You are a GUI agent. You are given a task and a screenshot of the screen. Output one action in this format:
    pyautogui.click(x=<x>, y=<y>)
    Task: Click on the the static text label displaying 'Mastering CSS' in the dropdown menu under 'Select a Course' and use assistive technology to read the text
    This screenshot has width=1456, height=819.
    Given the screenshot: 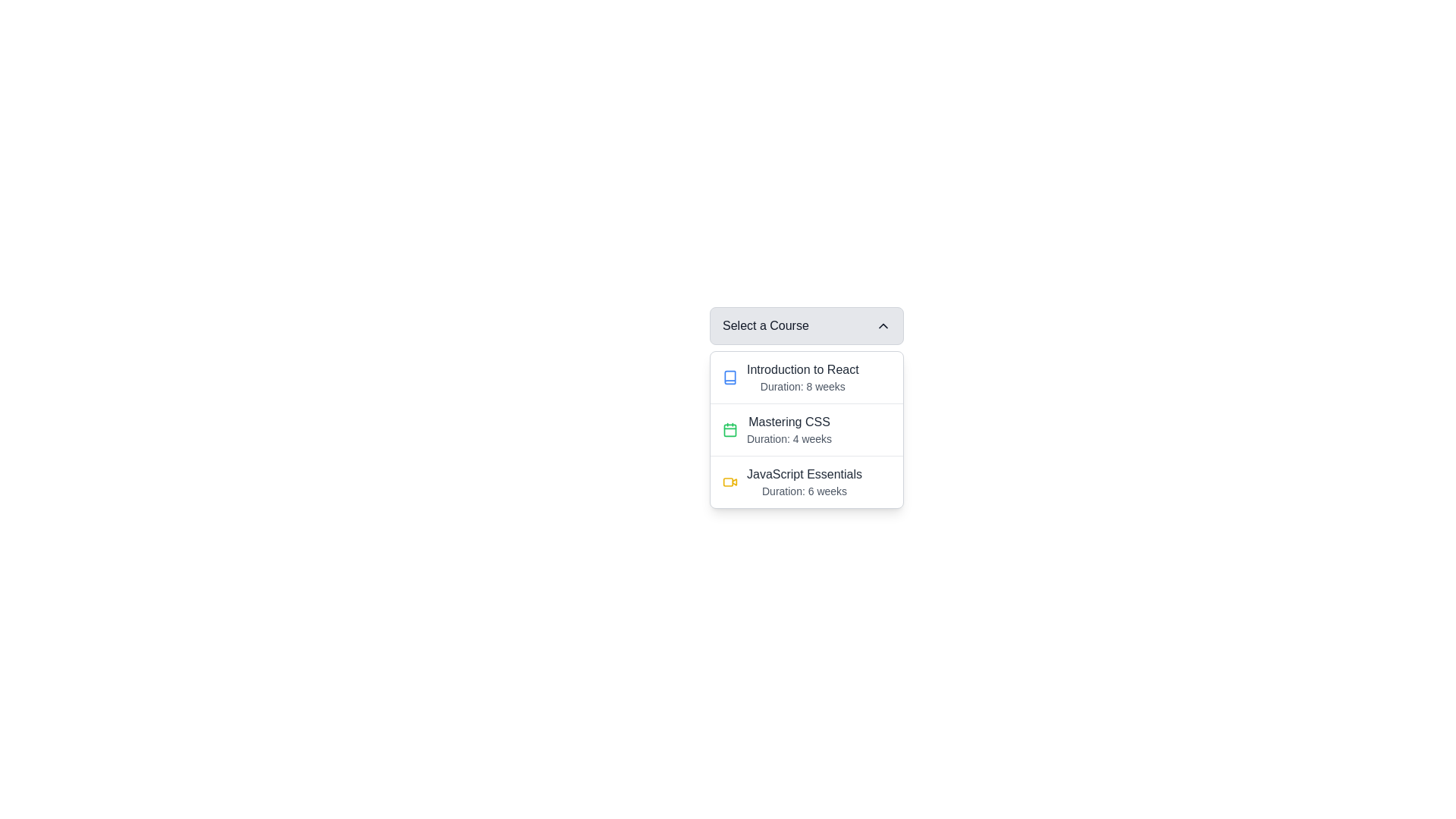 What is the action you would take?
    pyautogui.click(x=789, y=422)
    